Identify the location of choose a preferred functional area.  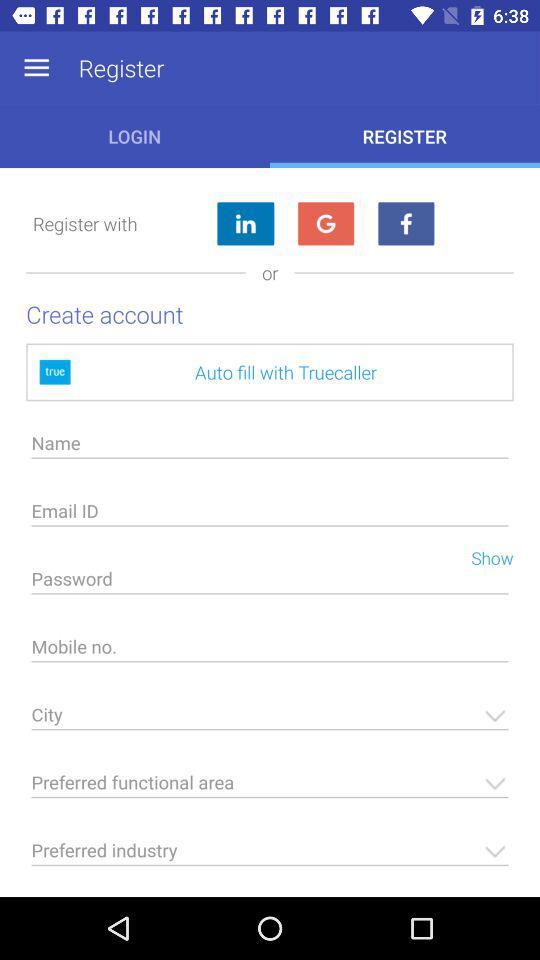
(270, 788).